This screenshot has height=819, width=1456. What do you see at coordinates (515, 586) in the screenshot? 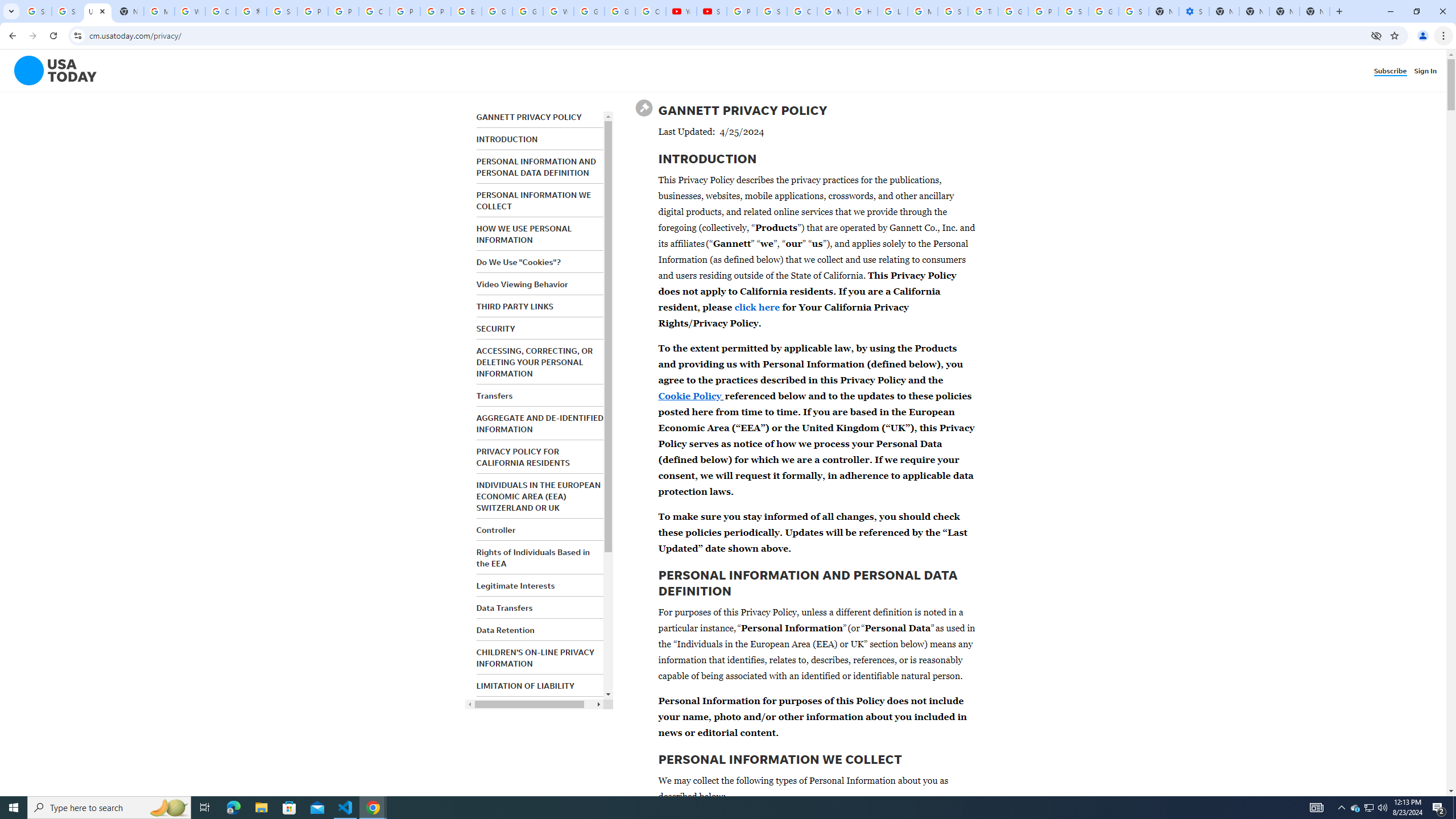
I see `'Legitimate Interests'` at bounding box center [515, 586].